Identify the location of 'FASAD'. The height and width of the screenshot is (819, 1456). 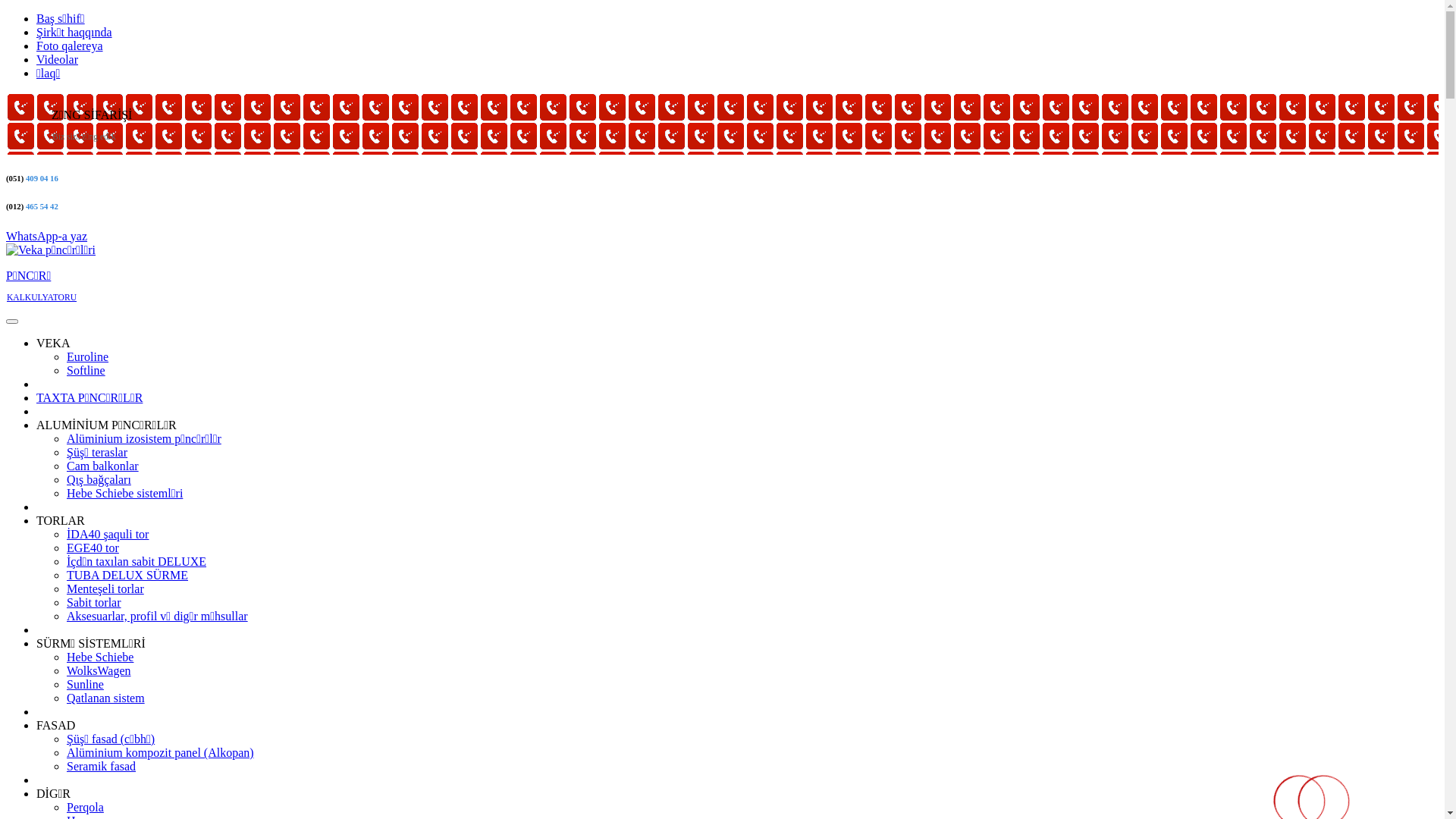
(55, 724).